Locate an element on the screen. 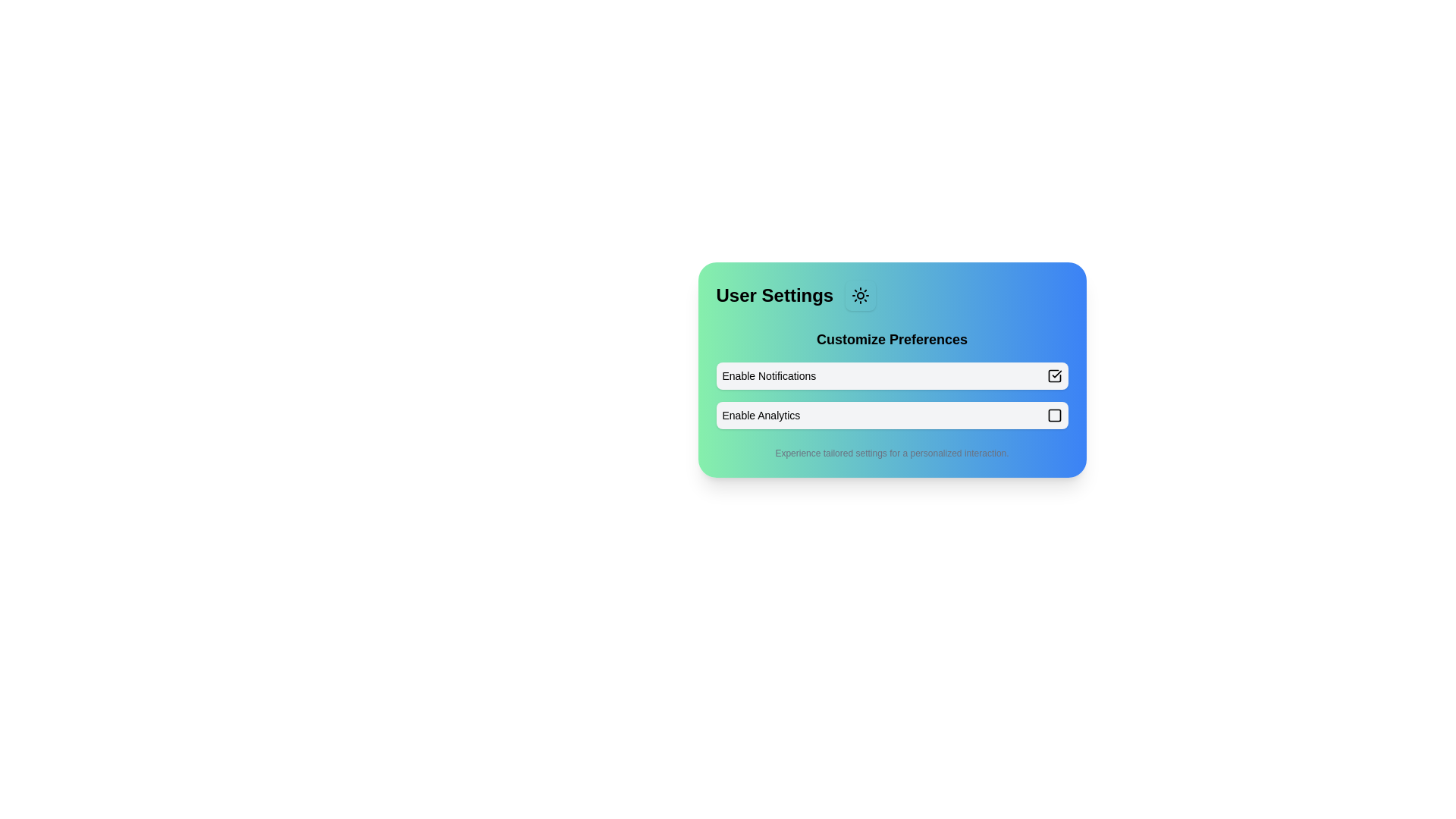  the informational text label located at the bottom of the card-like UI element, which provides descriptions related to settings and features is located at coordinates (892, 452).